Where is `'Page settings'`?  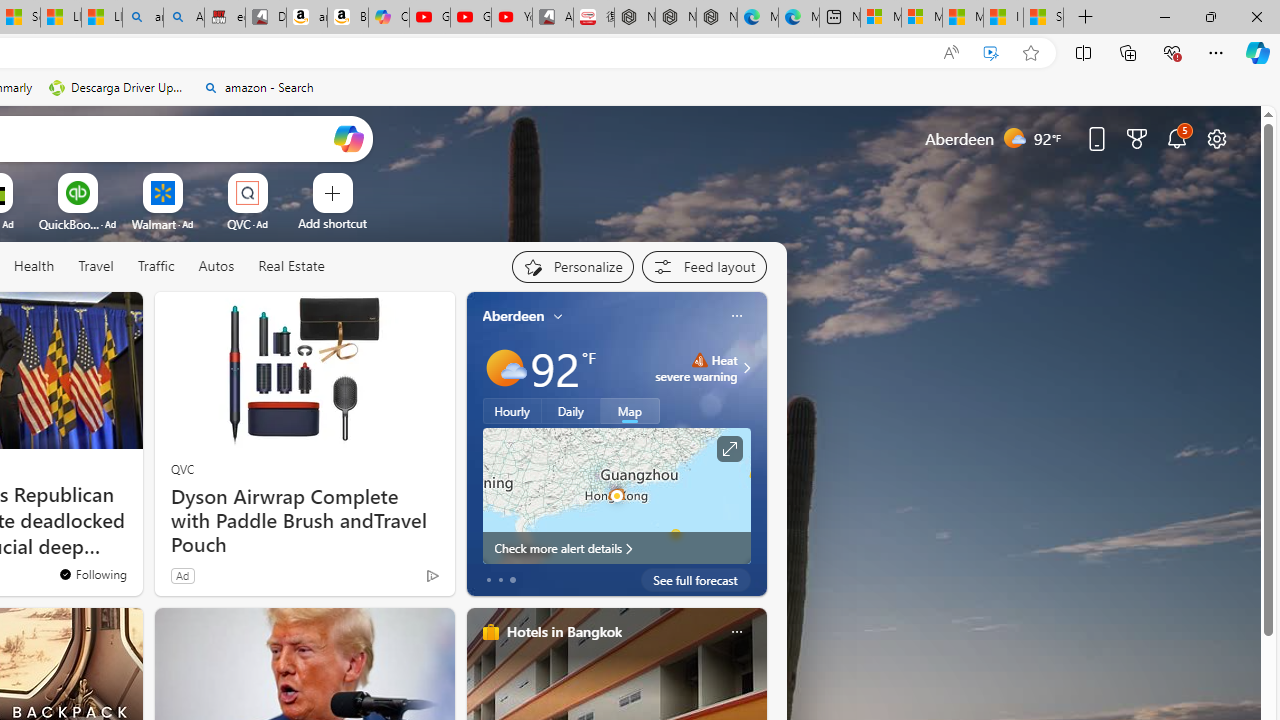 'Page settings' is located at coordinates (1215, 137).